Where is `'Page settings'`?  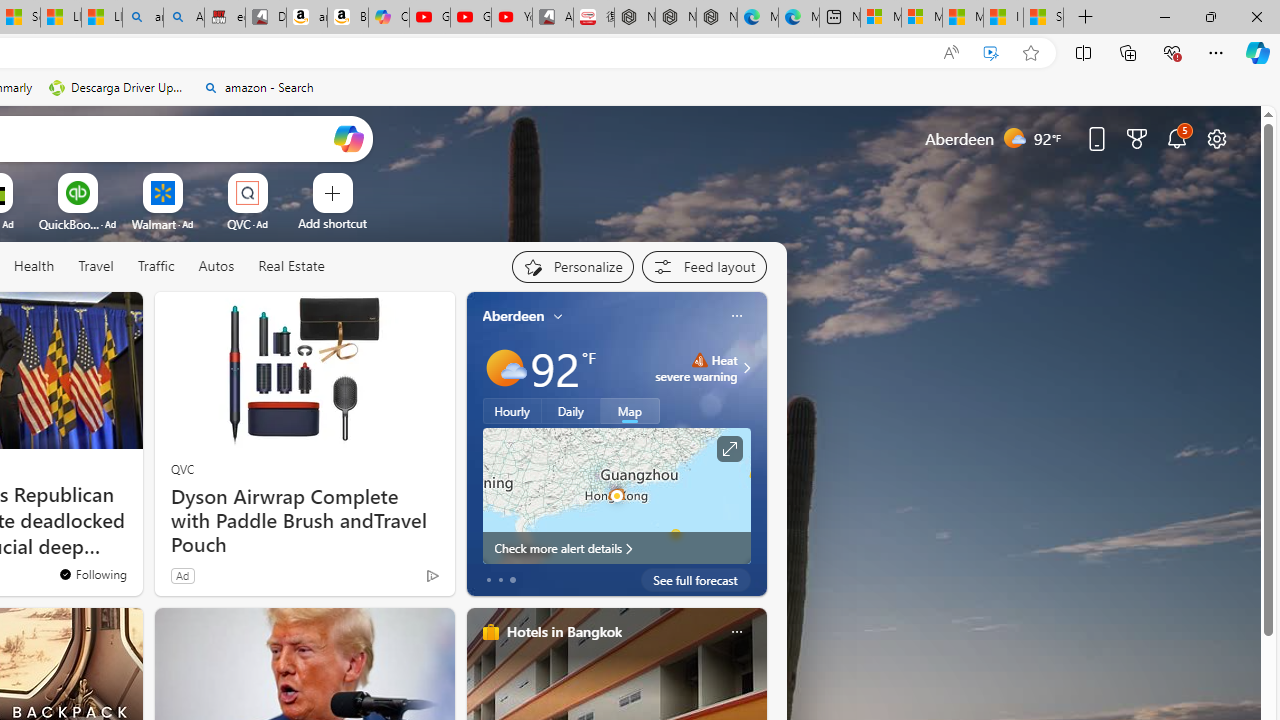 'Page settings' is located at coordinates (1215, 137).